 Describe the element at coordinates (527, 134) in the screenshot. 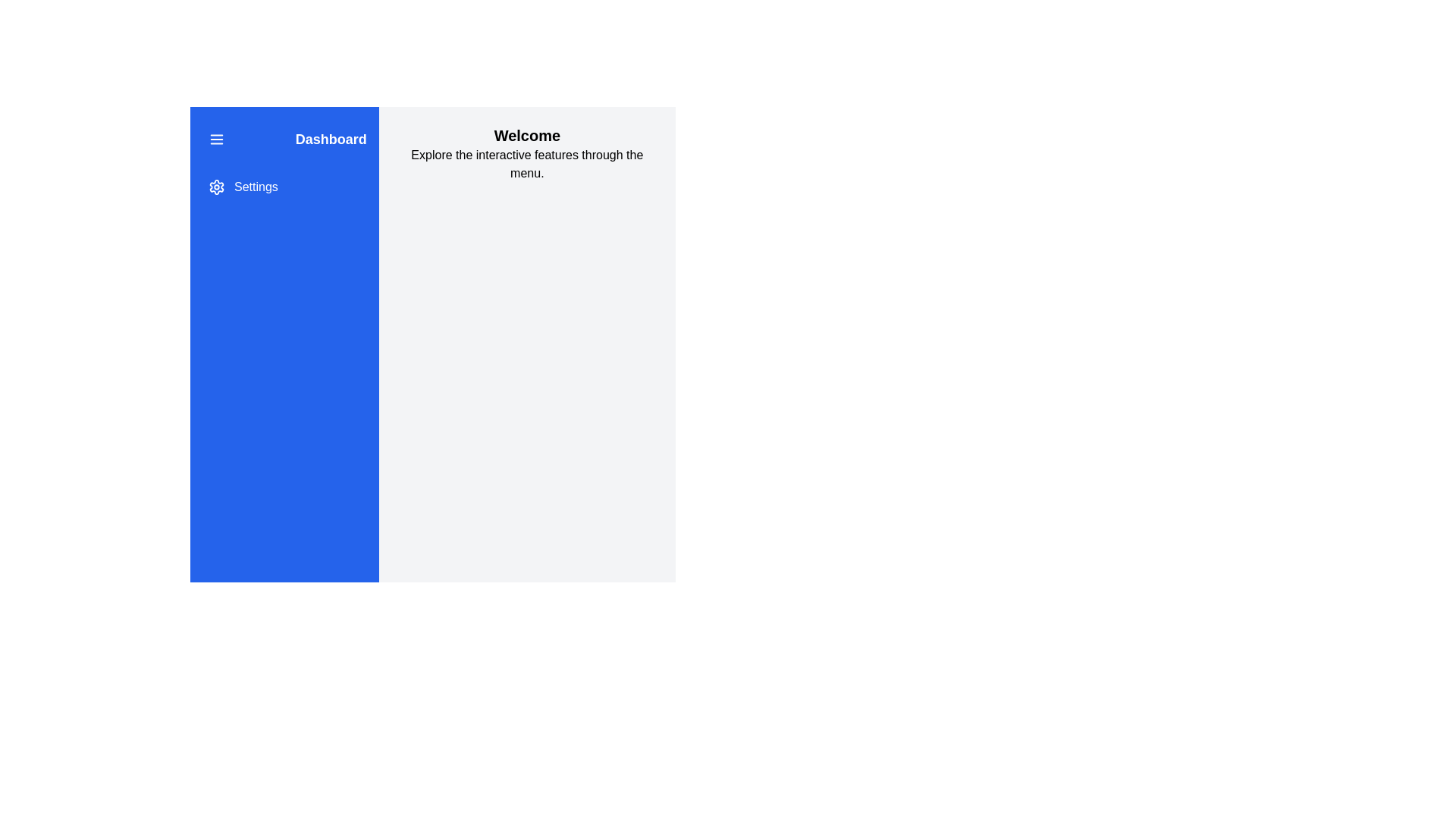

I see `the 'Welcome' text label located at the top of the gray background section in the header area` at that location.